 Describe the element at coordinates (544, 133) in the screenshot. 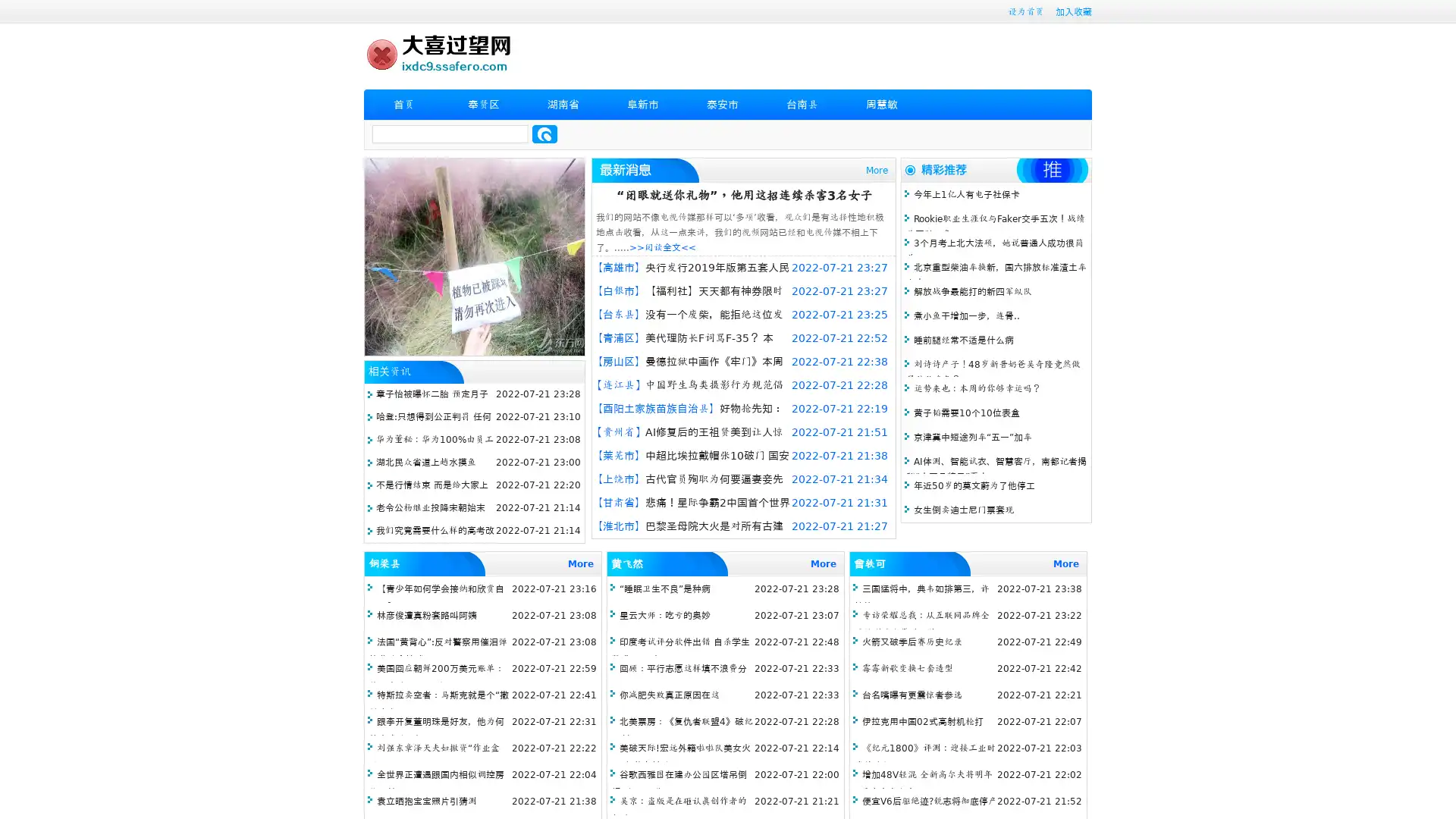

I see `Search` at that location.